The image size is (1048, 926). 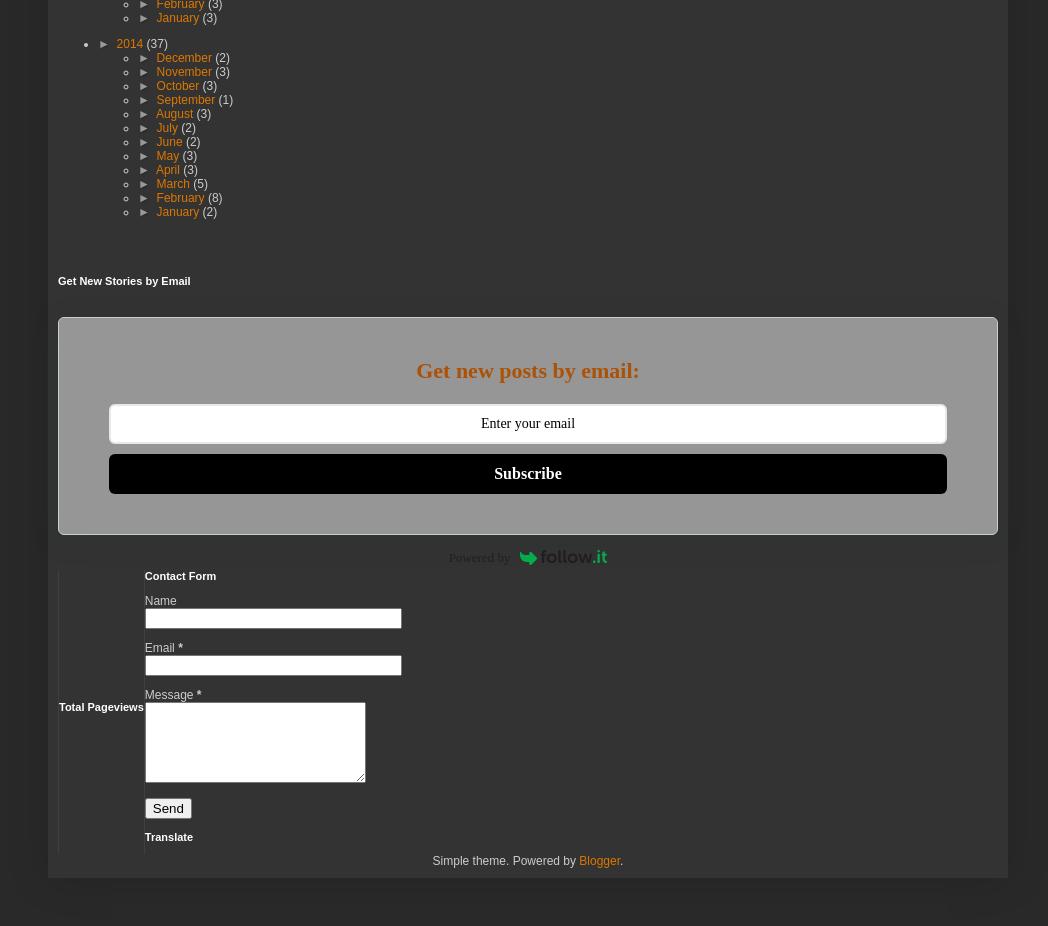 I want to click on 'November', so click(x=184, y=71).